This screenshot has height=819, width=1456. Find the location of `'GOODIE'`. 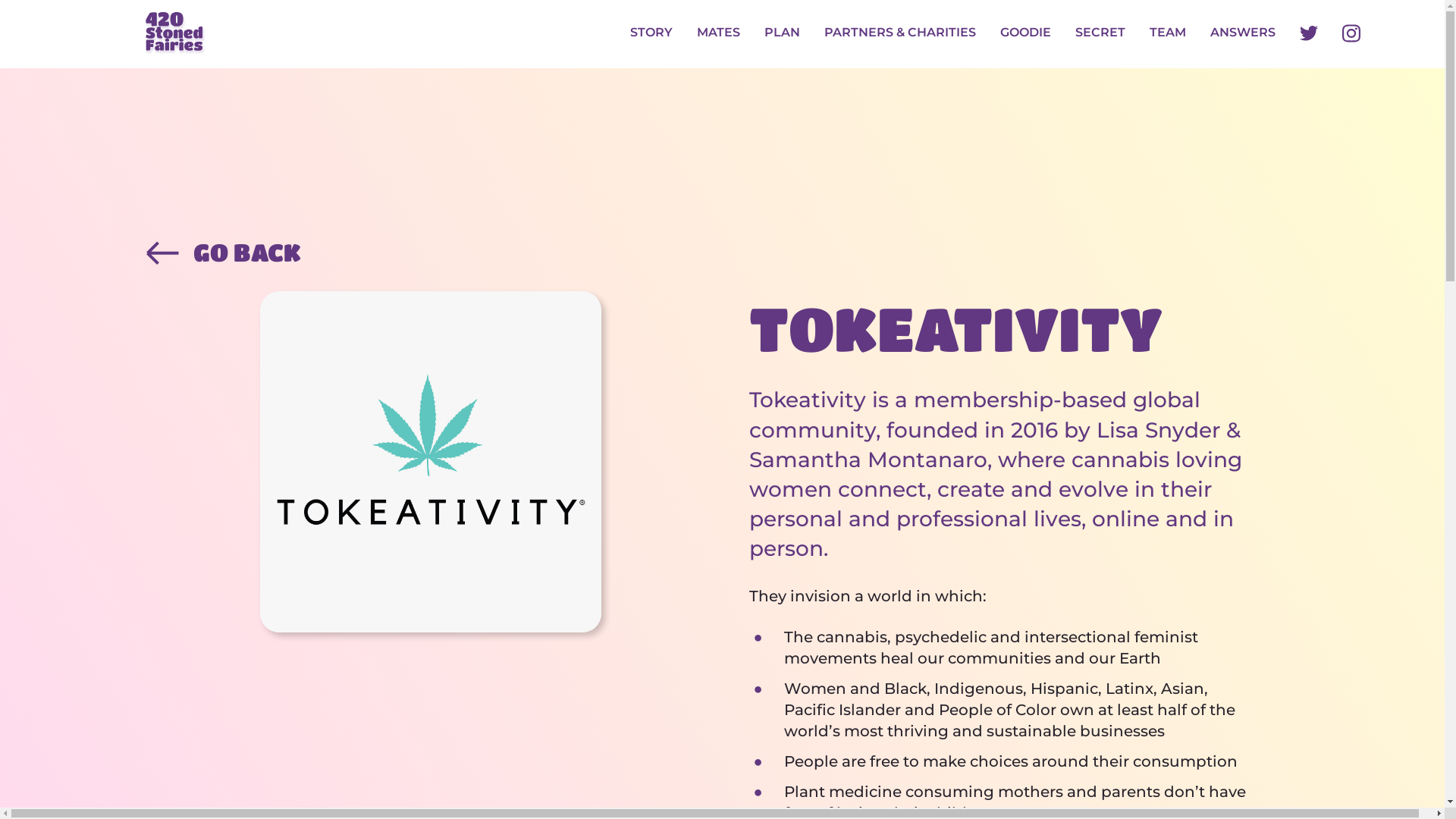

'GOODIE' is located at coordinates (1000, 33).